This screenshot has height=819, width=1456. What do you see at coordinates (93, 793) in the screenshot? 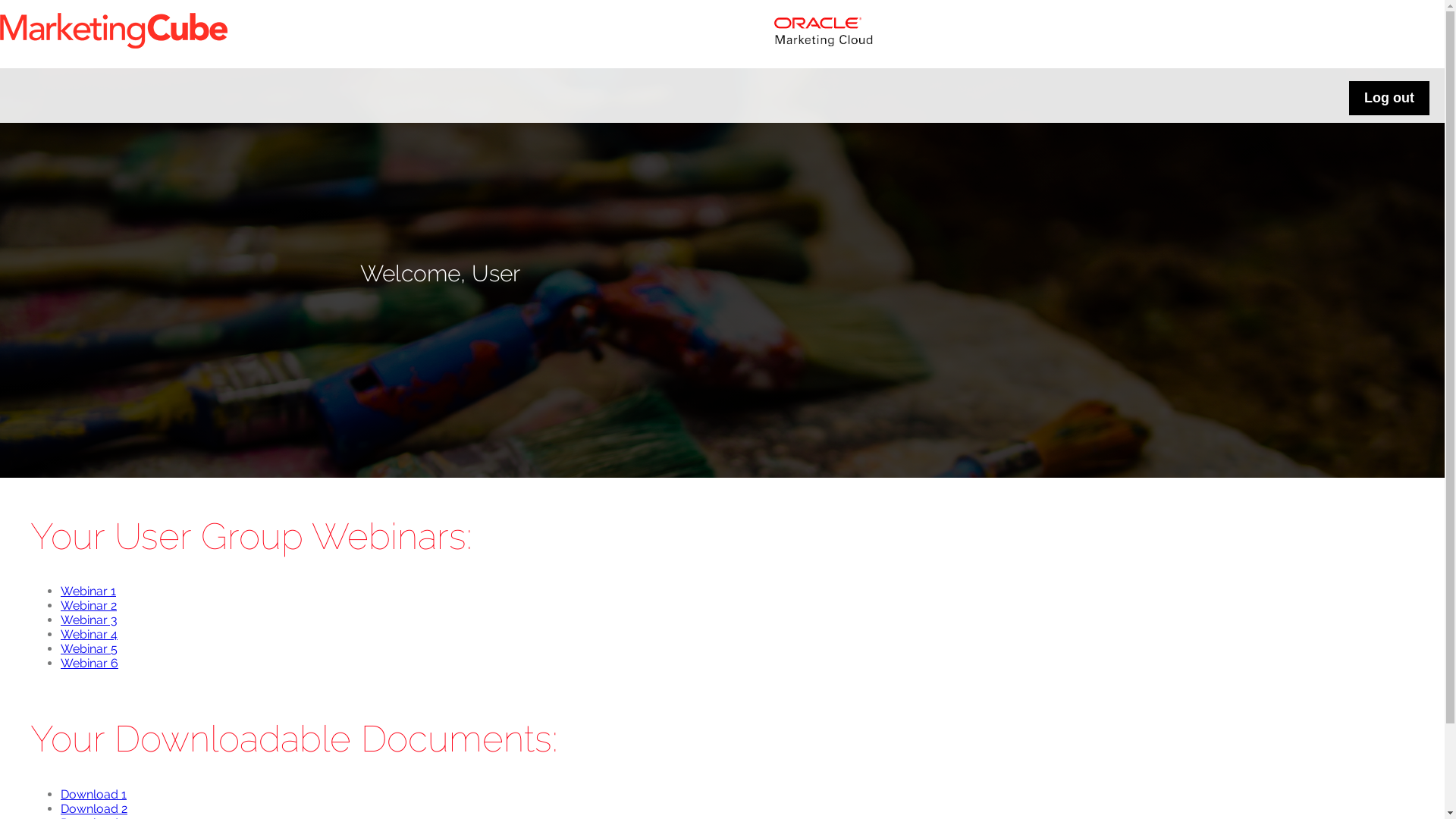
I see `'Download 1'` at bounding box center [93, 793].